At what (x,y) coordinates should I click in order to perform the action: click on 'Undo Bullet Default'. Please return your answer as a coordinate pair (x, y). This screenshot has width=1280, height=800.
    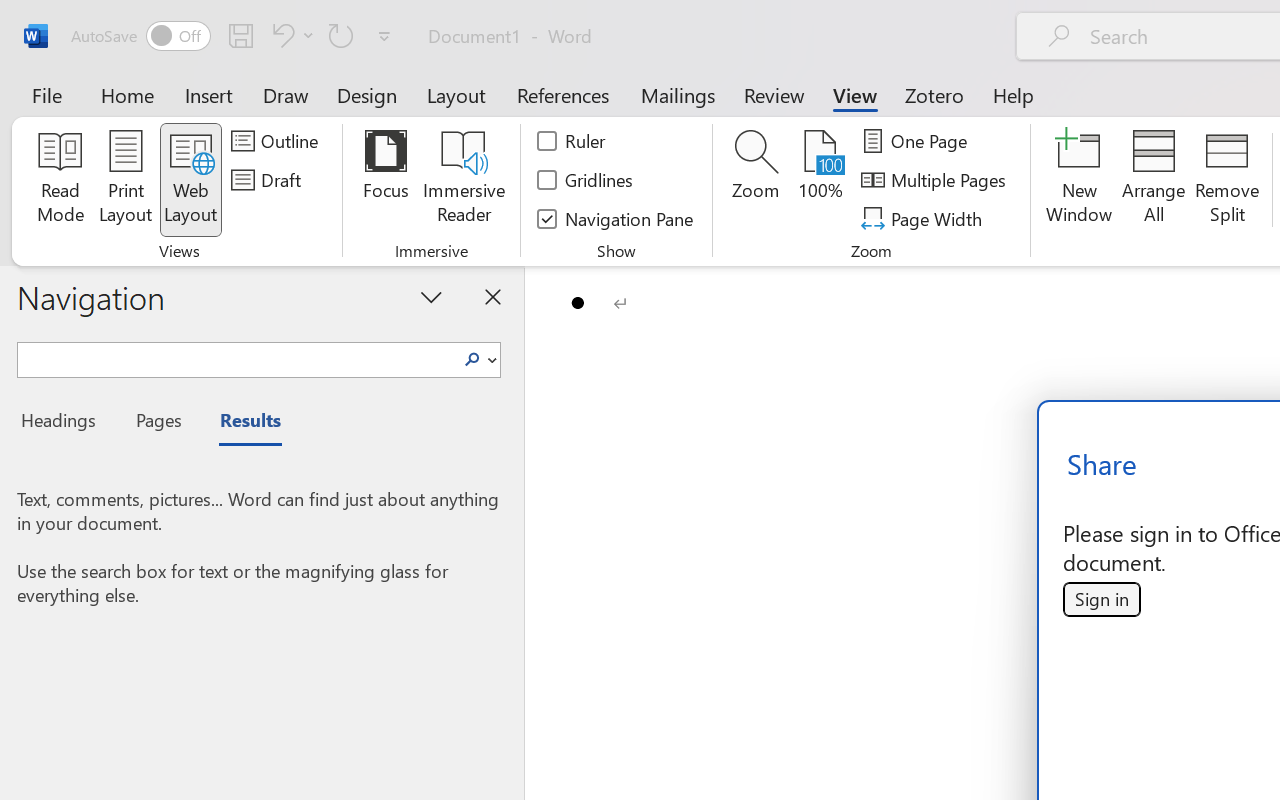
    Looking at the image, I should click on (279, 34).